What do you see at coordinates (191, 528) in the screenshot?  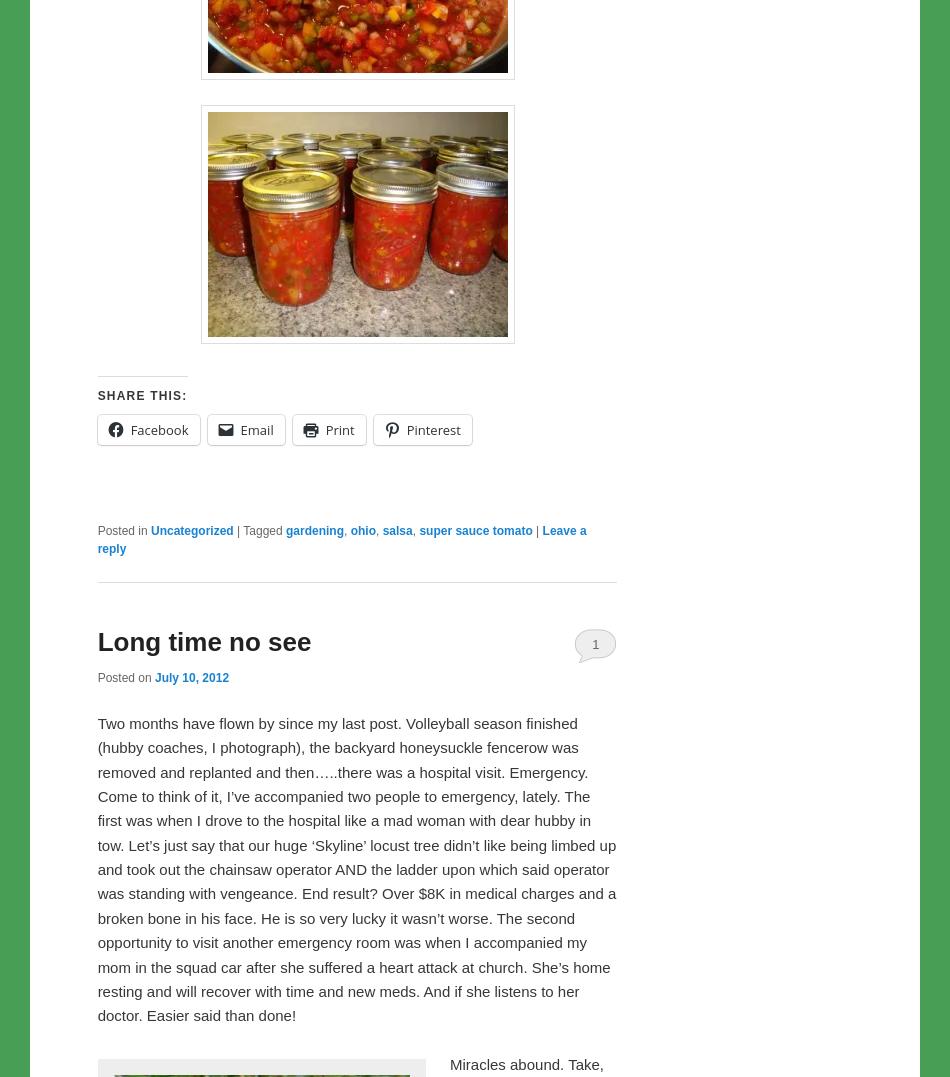 I see `'Uncategorized'` at bounding box center [191, 528].